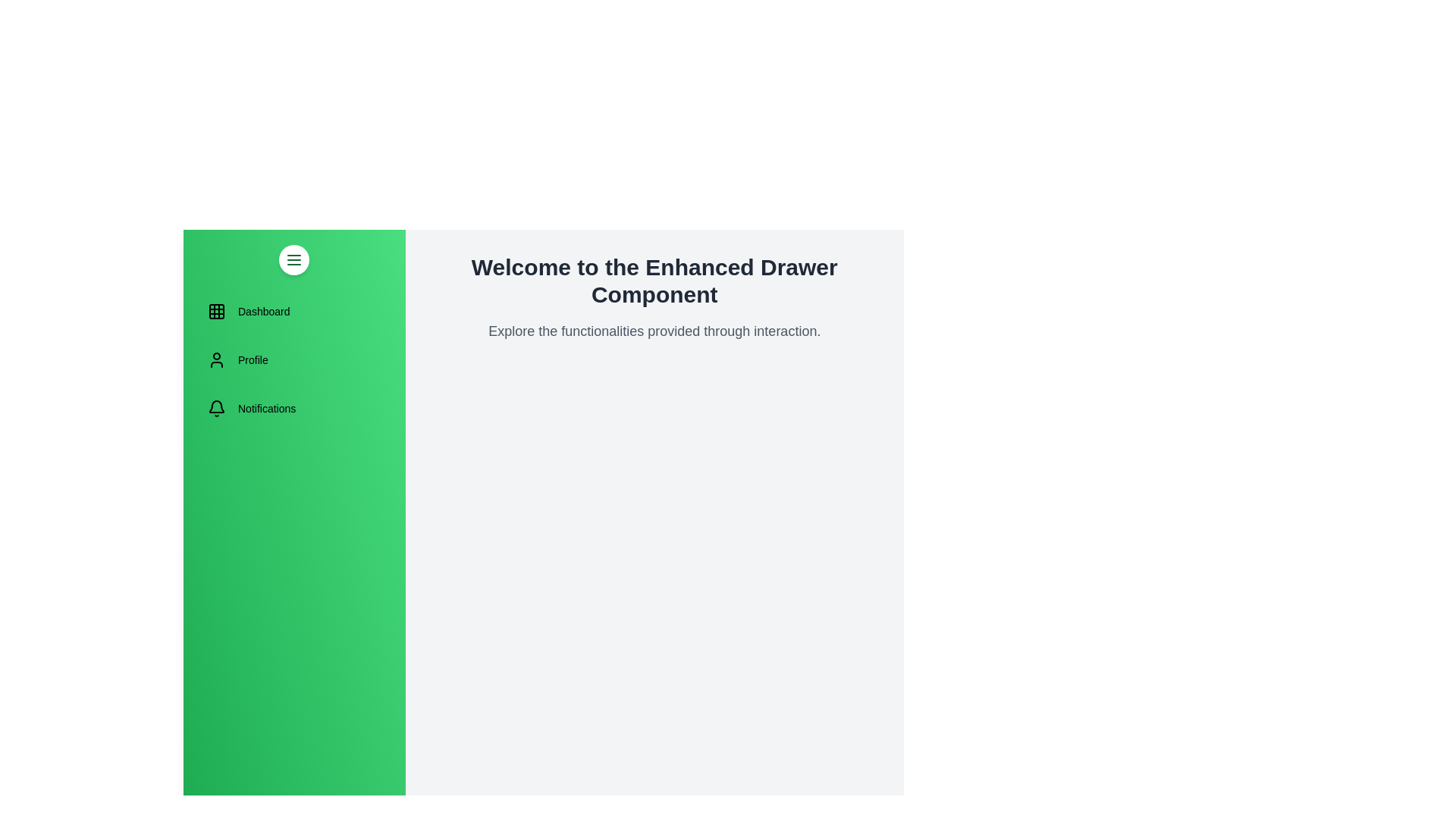  Describe the element at coordinates (294, 359) in the screenshot. I see `the menu item Profile to highlight it` at that location.